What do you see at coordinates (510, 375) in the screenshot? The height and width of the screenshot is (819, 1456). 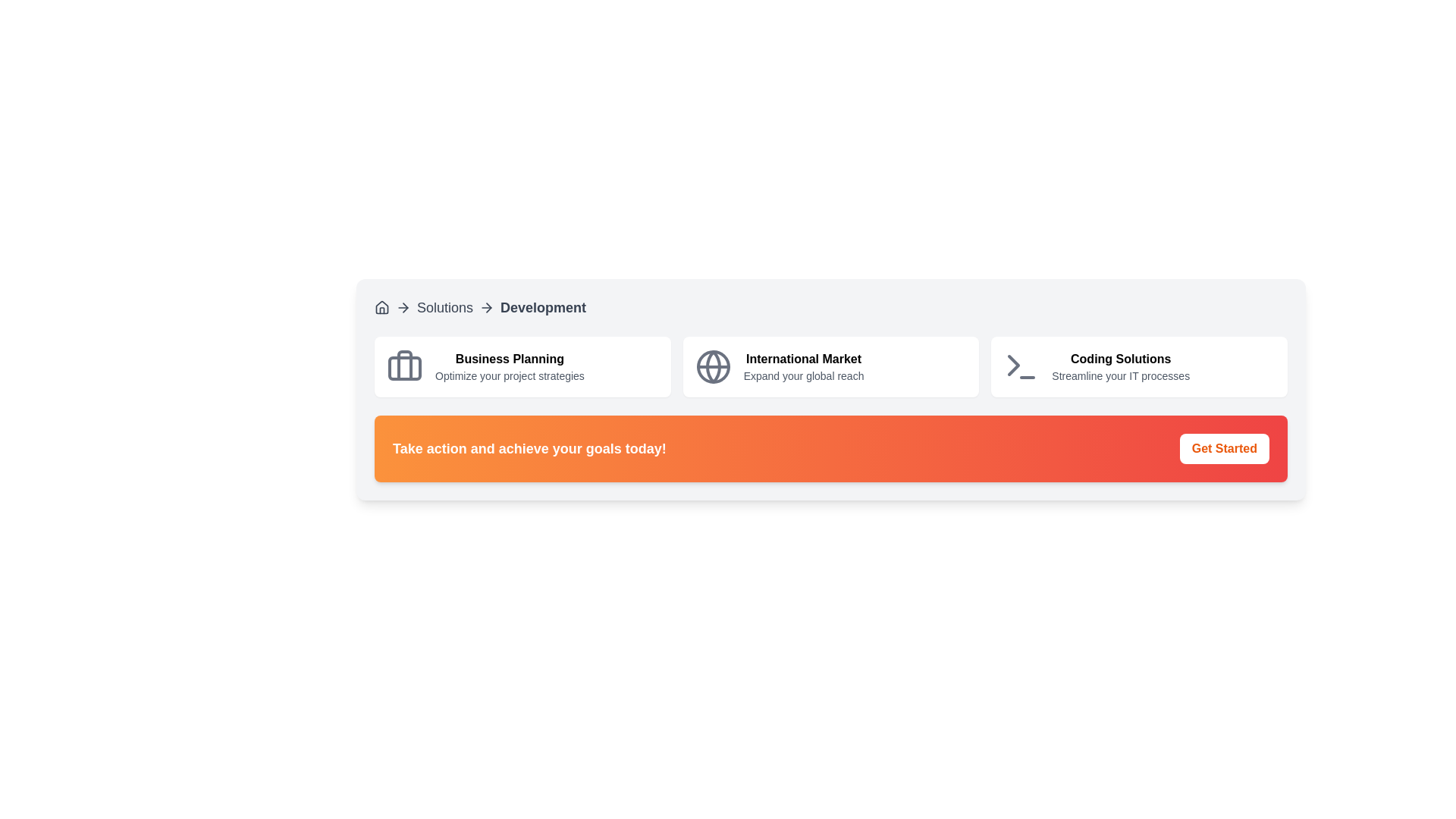 I see `the descriptive subtitle text block located beneath the 'Business Planning' section within the first card of a horizontally aligned layout` at bounding box center [510, 375].